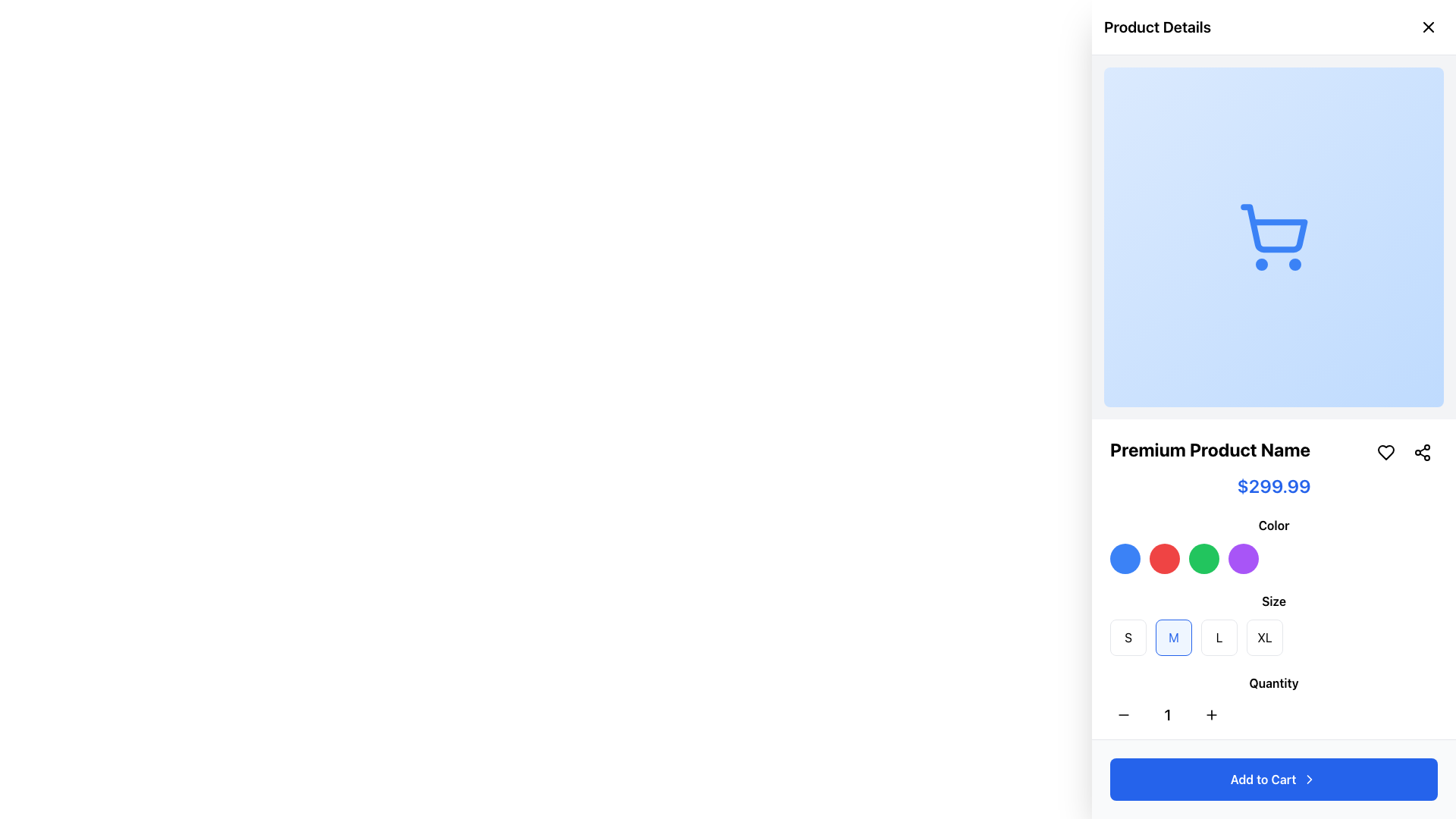 This screenshot has width=1456, height=819. Describe the element at coordinates (1124, 714) in the screenshot. I see `the circular minus button with a white background to decrease the quantity` at that location.